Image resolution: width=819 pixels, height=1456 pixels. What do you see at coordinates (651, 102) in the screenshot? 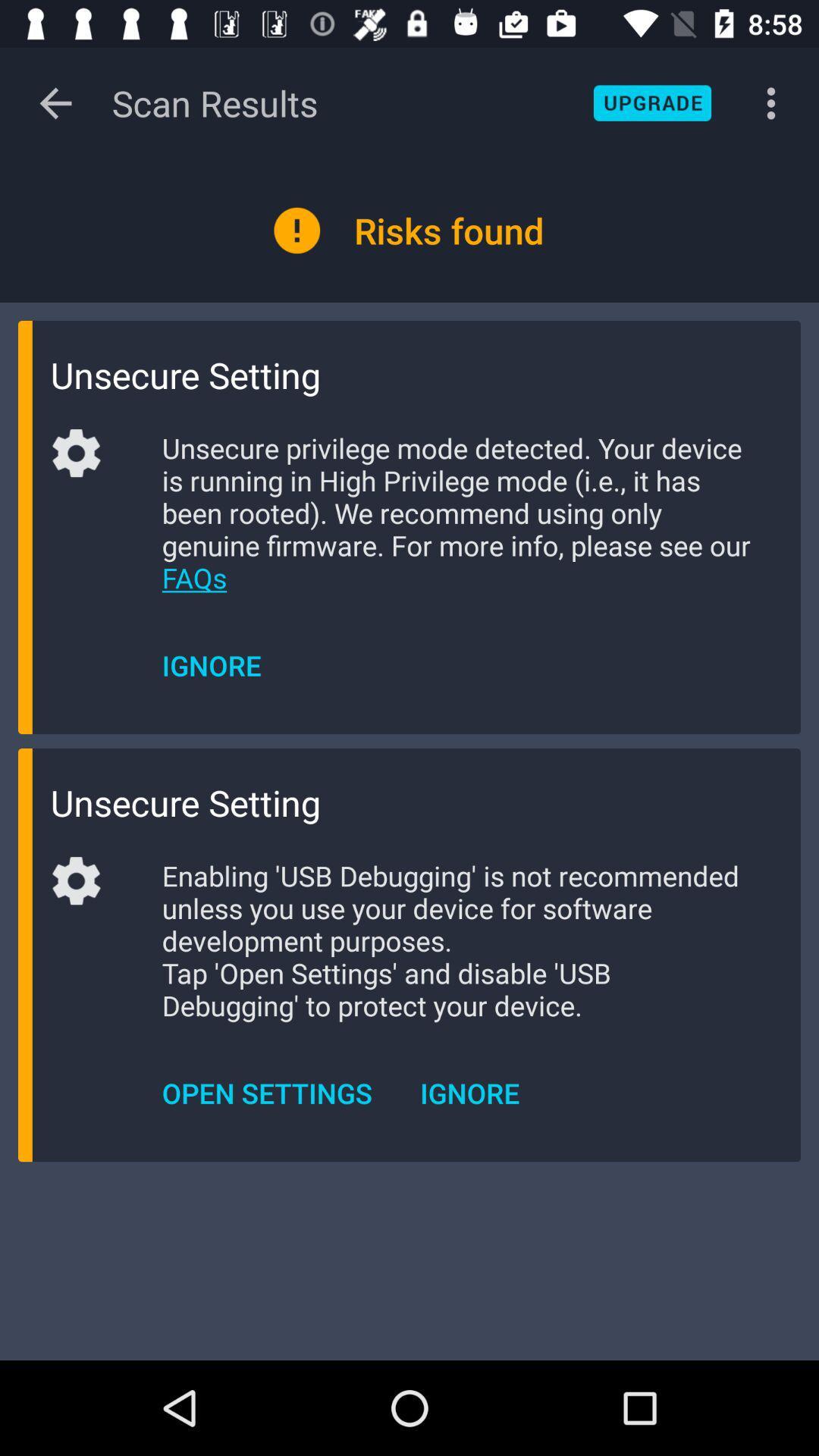
I see `item next to the scan results icon` at bounding box center [651, 102].